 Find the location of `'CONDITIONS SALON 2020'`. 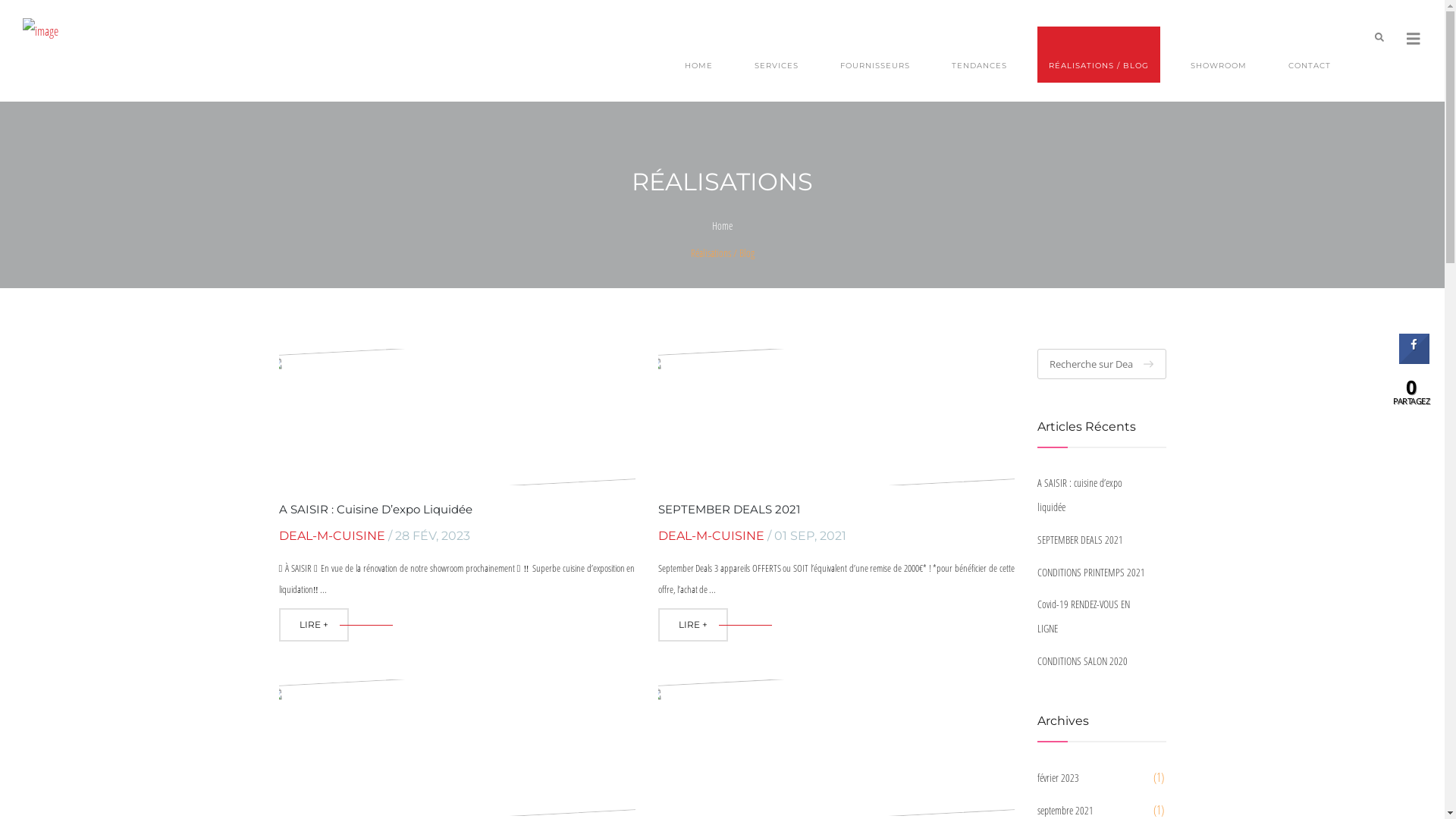

'CONDITIONS SALON 2020' is located at coordinates (1037, 660).